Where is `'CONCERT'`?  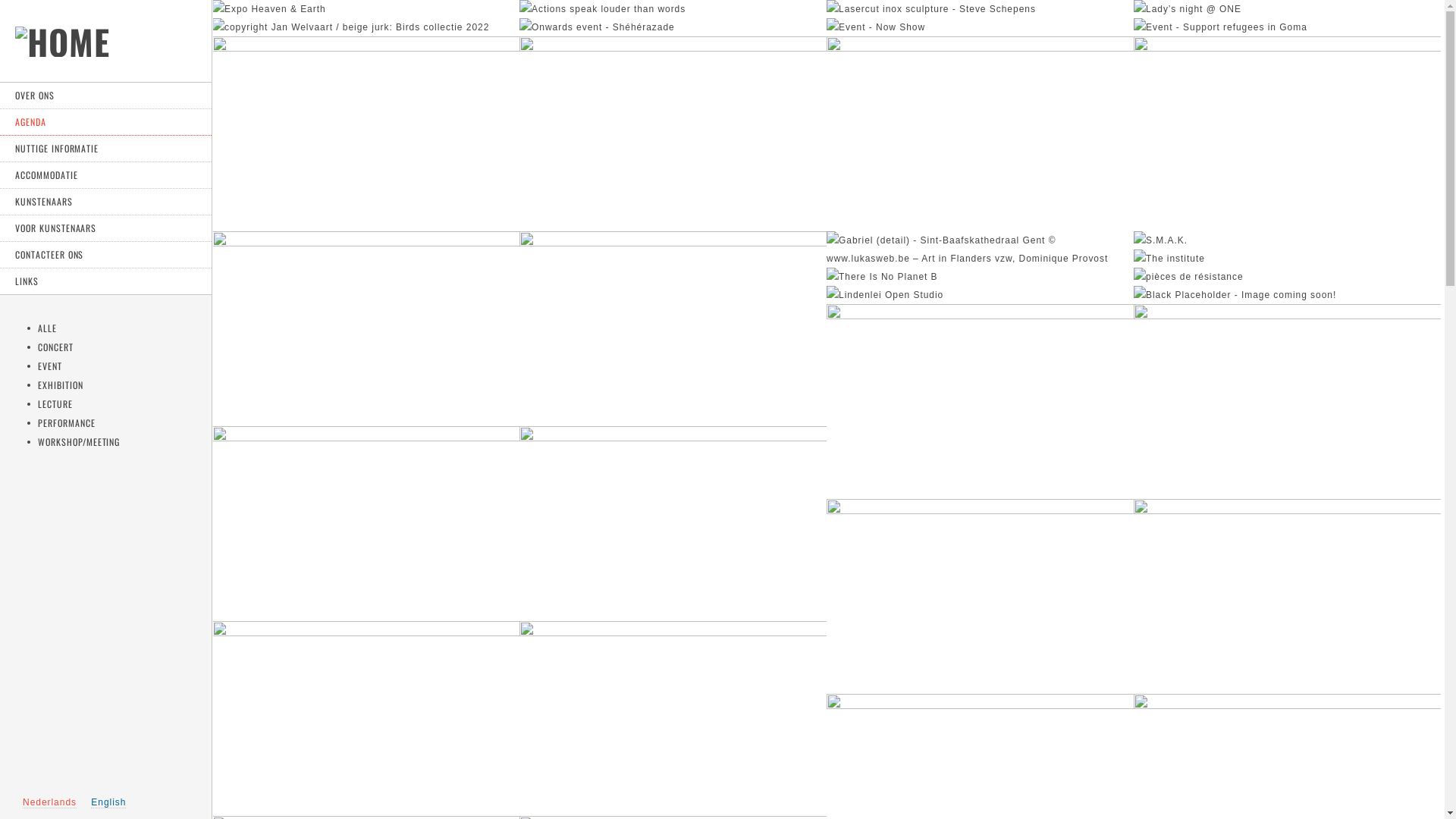
'CONCERT' is located at coordinates (55, 347).